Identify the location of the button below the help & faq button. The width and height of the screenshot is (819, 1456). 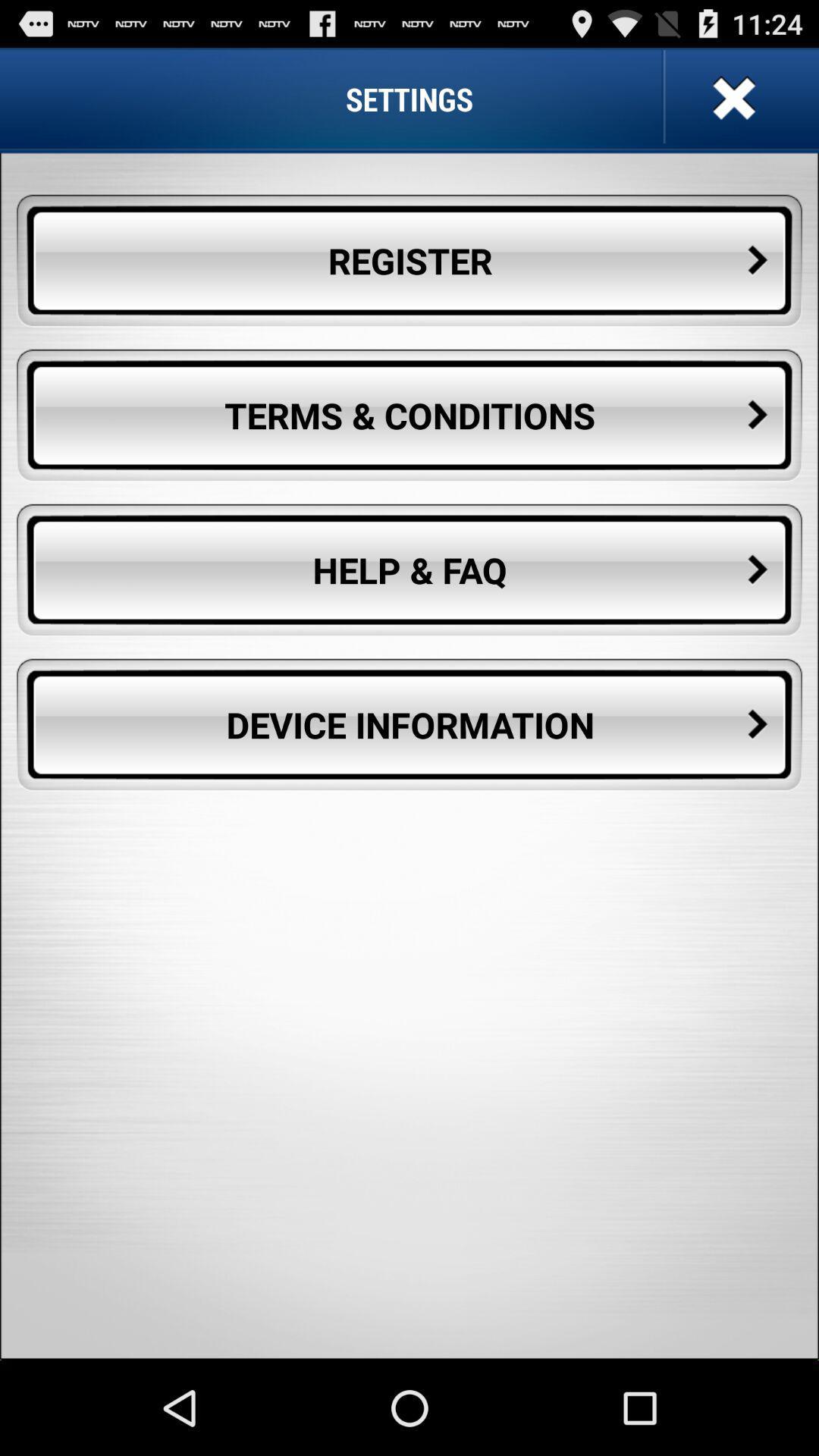
(409, 724).